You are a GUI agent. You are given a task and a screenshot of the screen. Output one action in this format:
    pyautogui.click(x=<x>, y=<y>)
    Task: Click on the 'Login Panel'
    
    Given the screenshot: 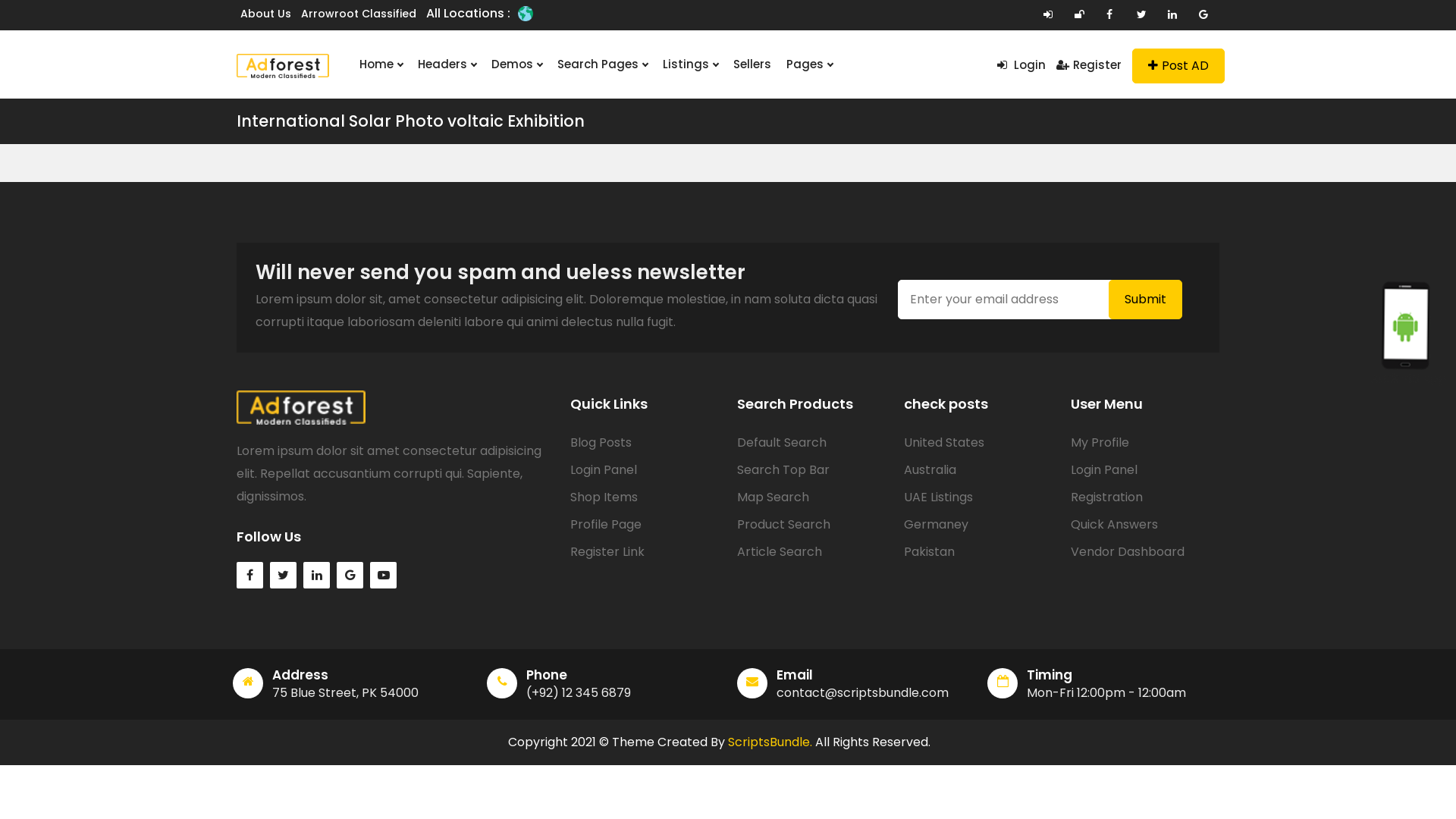 What is the action you would take?
    pyautogui.click(x=1103, y=469)
    